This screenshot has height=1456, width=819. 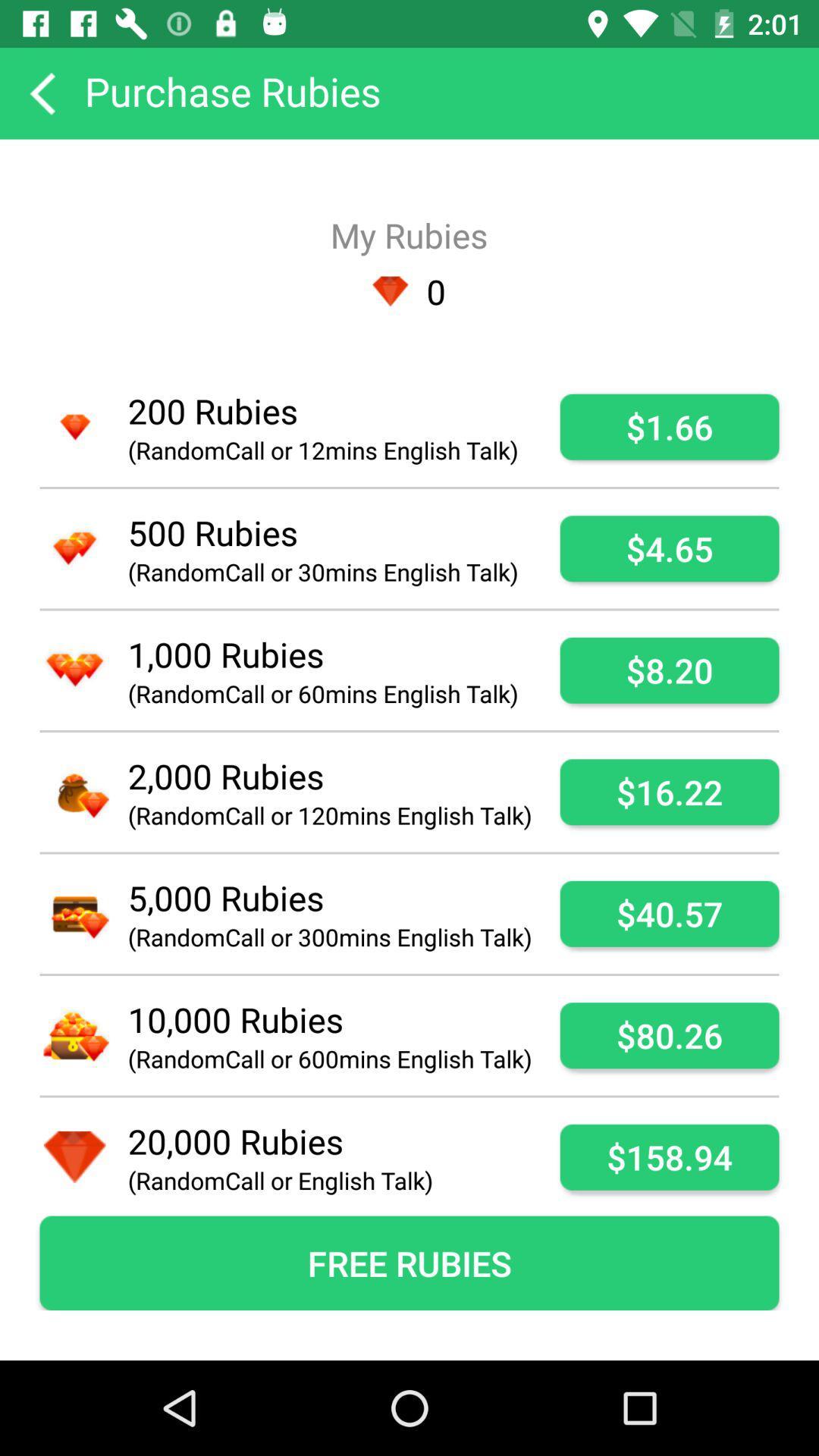 What do you see at coordinates (669, 670) in the screenshot?
I see `the icon to the right of randomcall or 60mins app` at bounding box center [669, 670].